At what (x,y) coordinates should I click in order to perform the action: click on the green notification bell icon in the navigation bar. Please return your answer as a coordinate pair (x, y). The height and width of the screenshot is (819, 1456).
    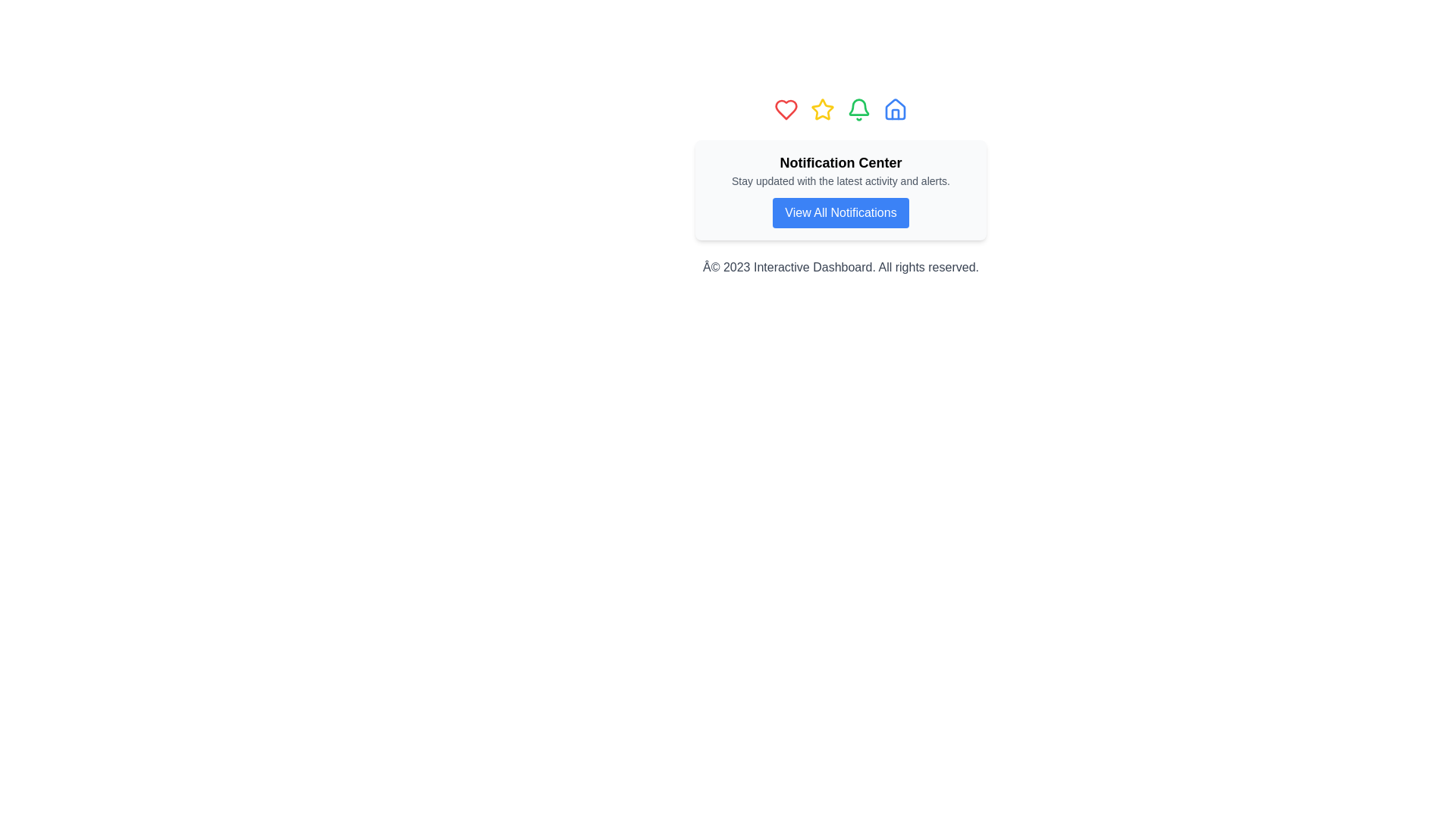
    Looking at the image, I should click on (858, 106).